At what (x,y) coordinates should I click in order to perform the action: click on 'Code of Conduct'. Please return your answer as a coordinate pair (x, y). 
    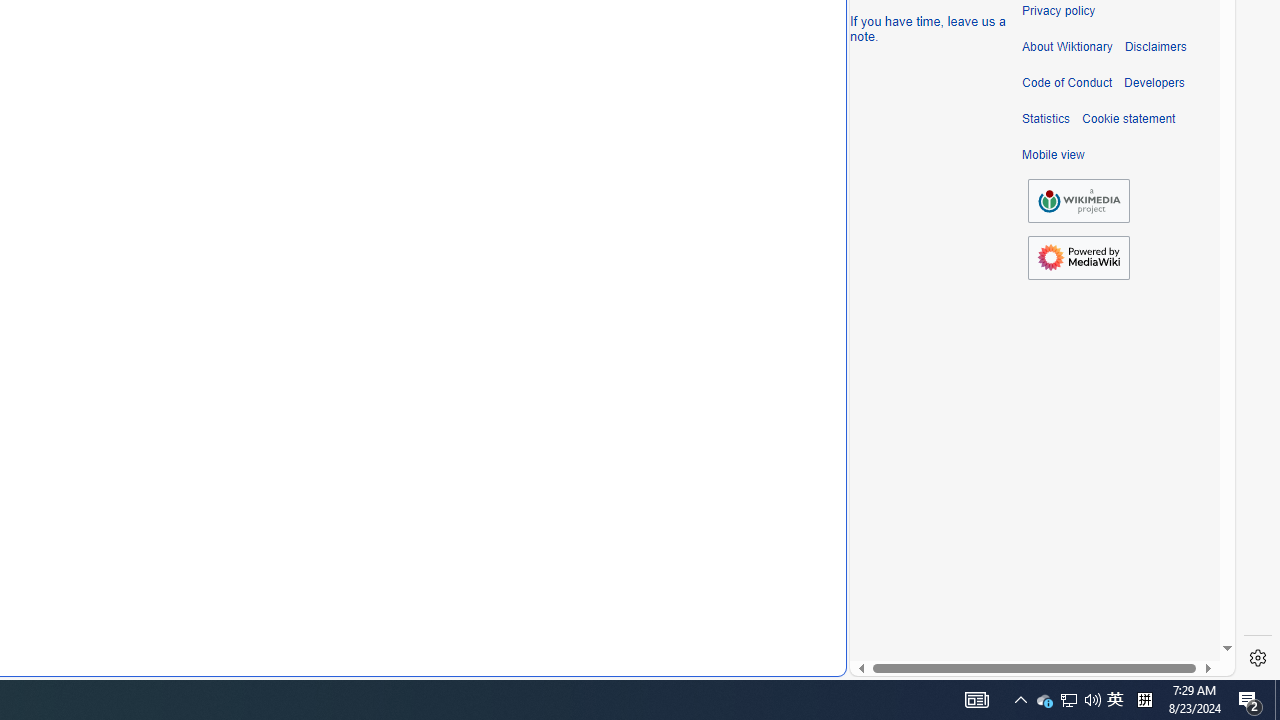
    Looking at the image, I should click on (1066, 82).